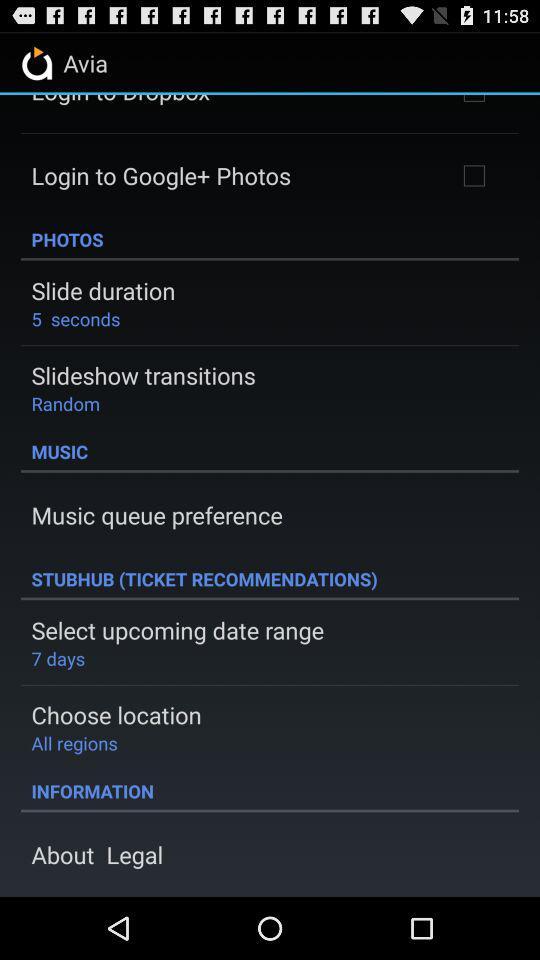  Describe the element at coordinates (74, 318) in the screenshot. I see `5  seconds app` at that location.